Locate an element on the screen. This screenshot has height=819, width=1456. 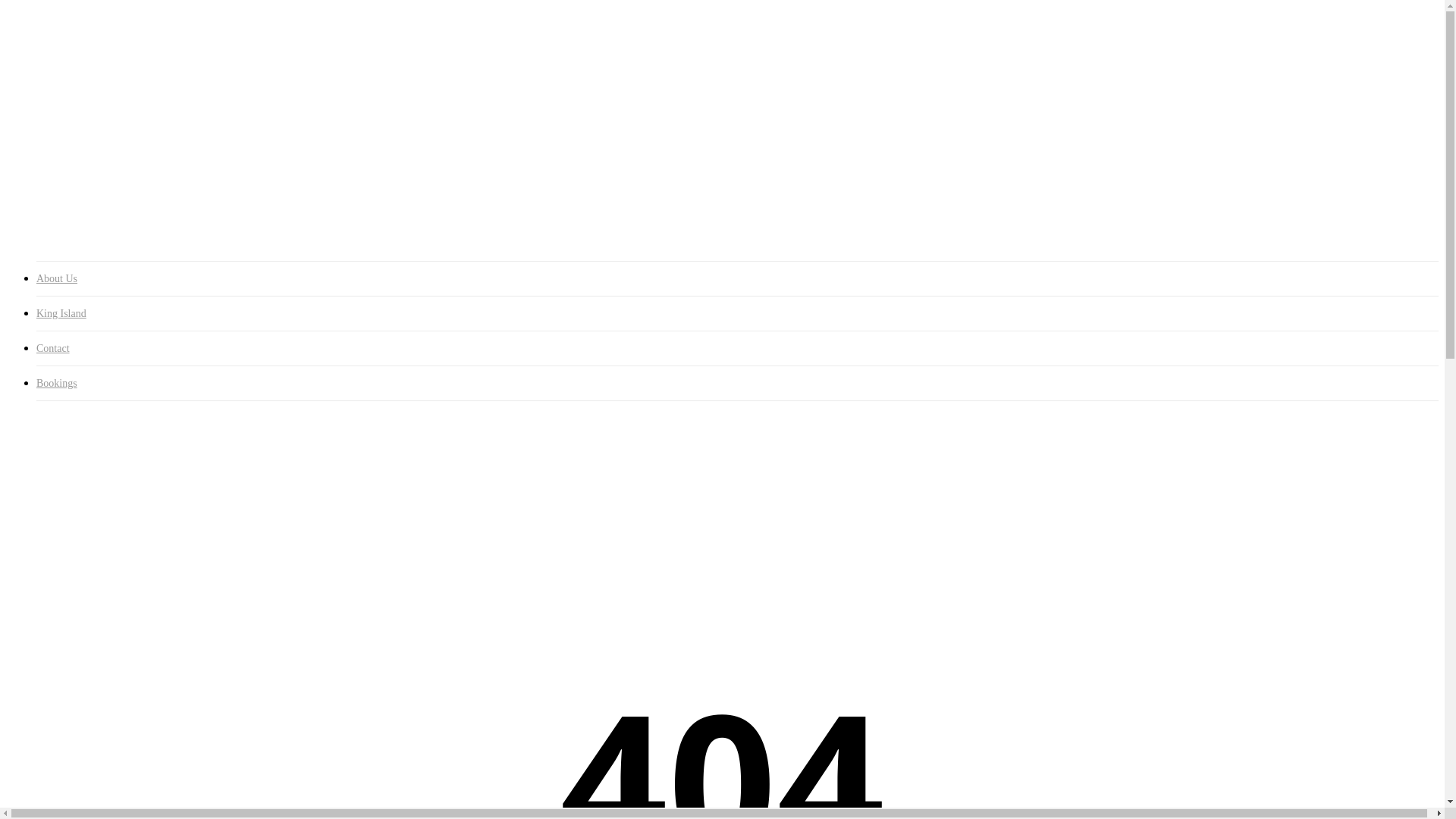
'Things to do' is located at coordinates (65, 202).